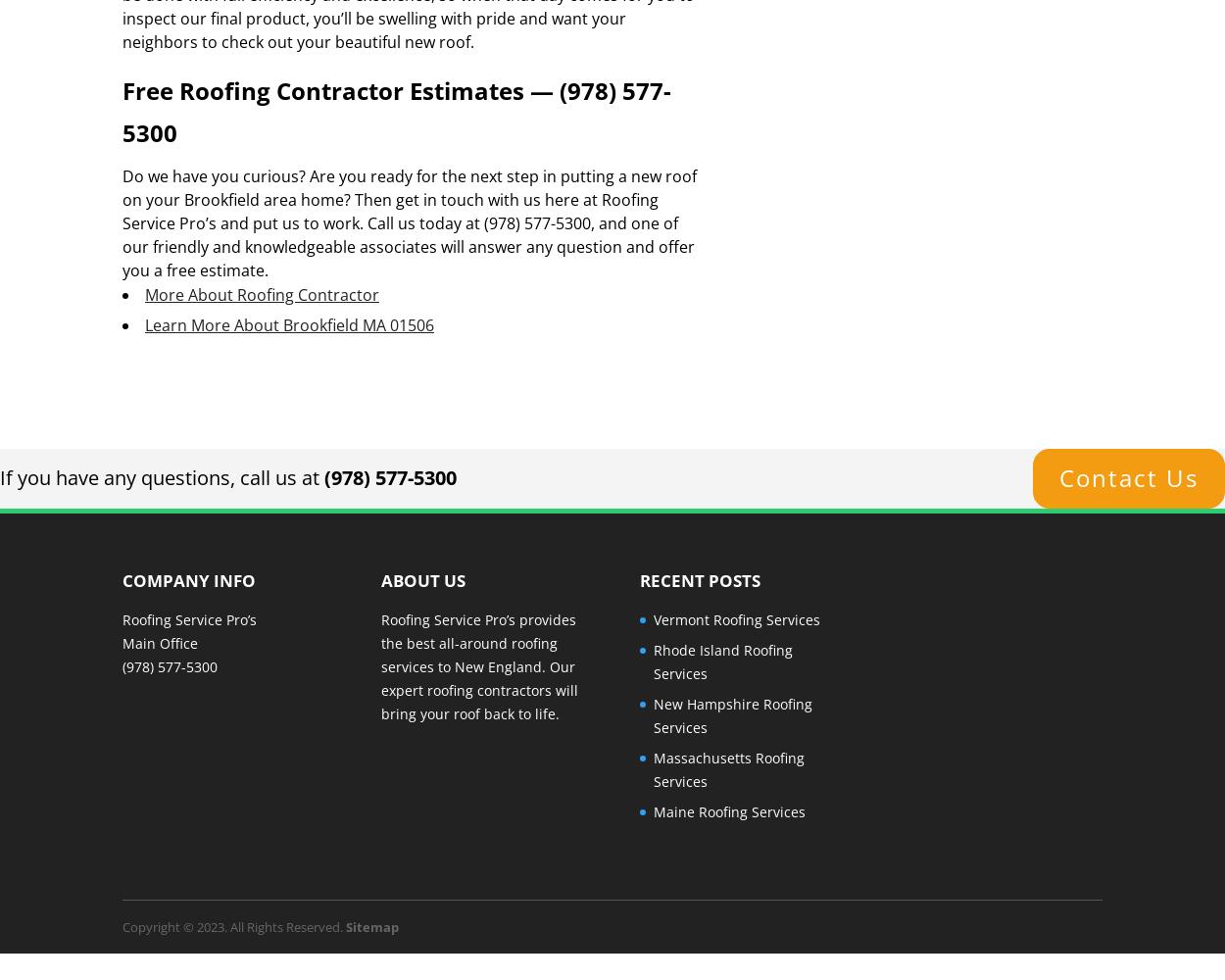 The image size is (1225, 980). What do you see at coordinates (727, 809) in the screenshot?
I see `'Maine Roofing Services'` at bounding box center [727, 809].